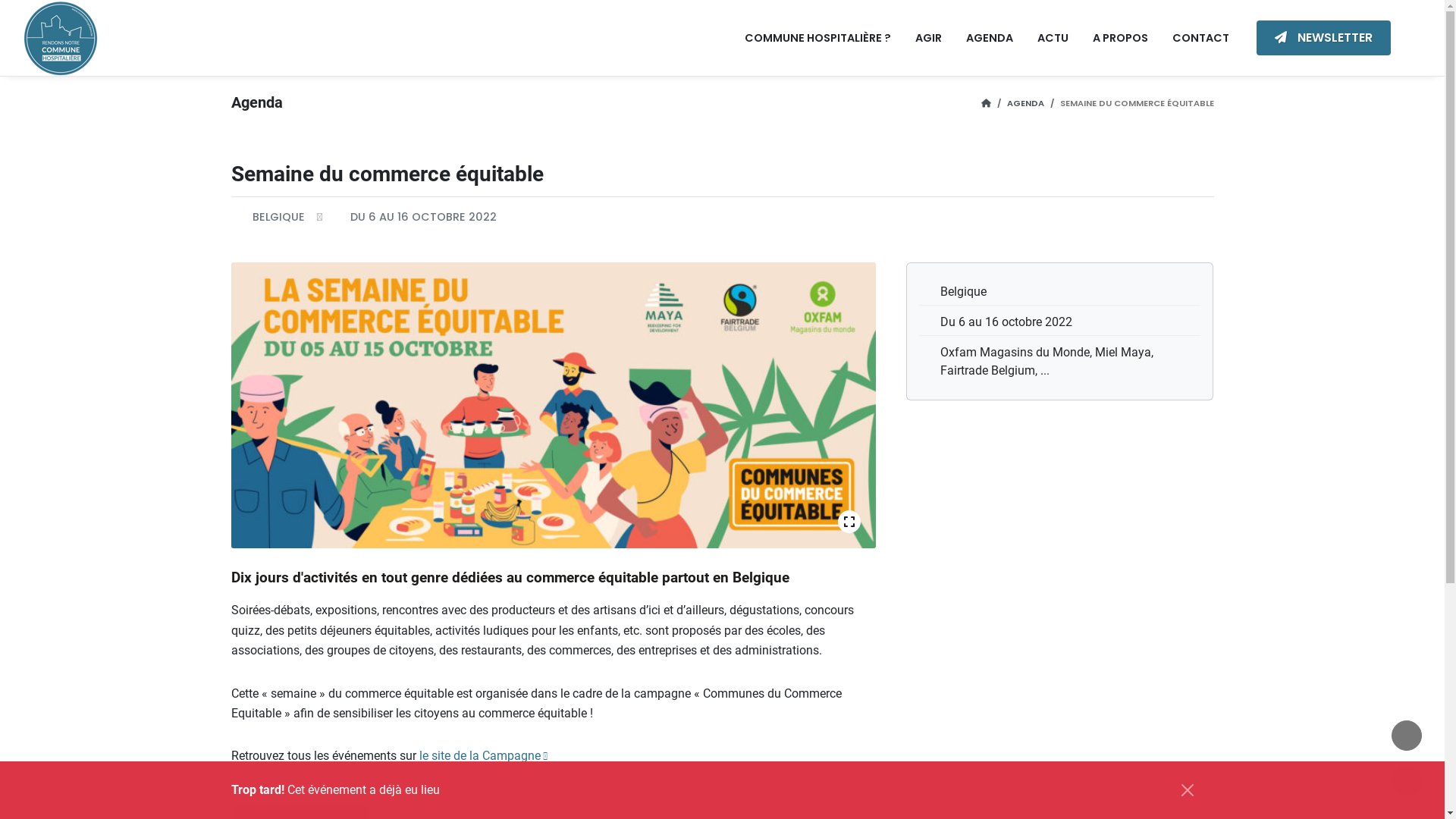  Describe the element at coordinates (981, 102) in the screenshot. I see `'Accueil'` at that location.